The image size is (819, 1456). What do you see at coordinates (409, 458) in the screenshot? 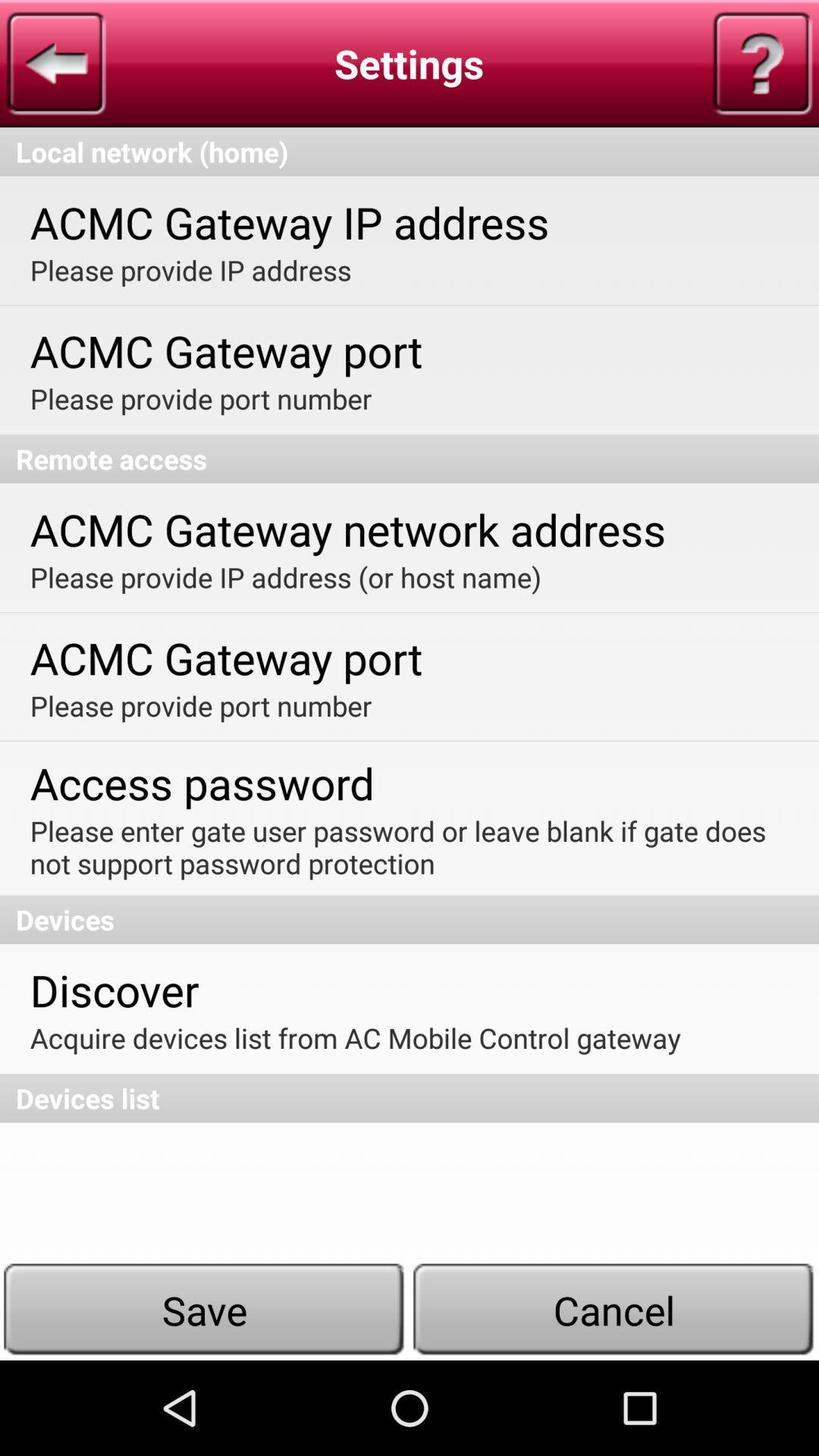
I see `the remote access item` at bounding box center [409, 458].